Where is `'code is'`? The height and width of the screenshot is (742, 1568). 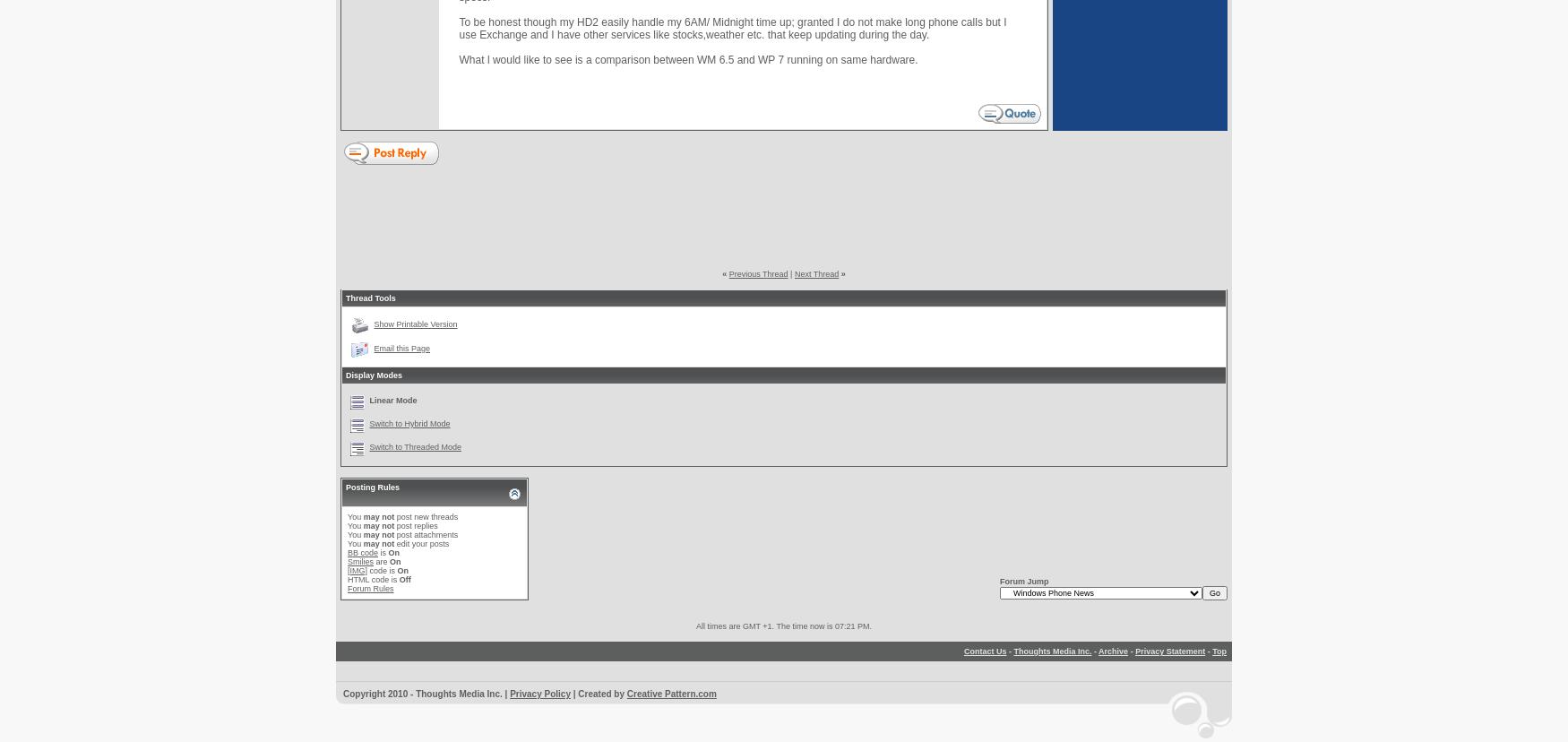 'code is' is located at coordinates (381, 570).